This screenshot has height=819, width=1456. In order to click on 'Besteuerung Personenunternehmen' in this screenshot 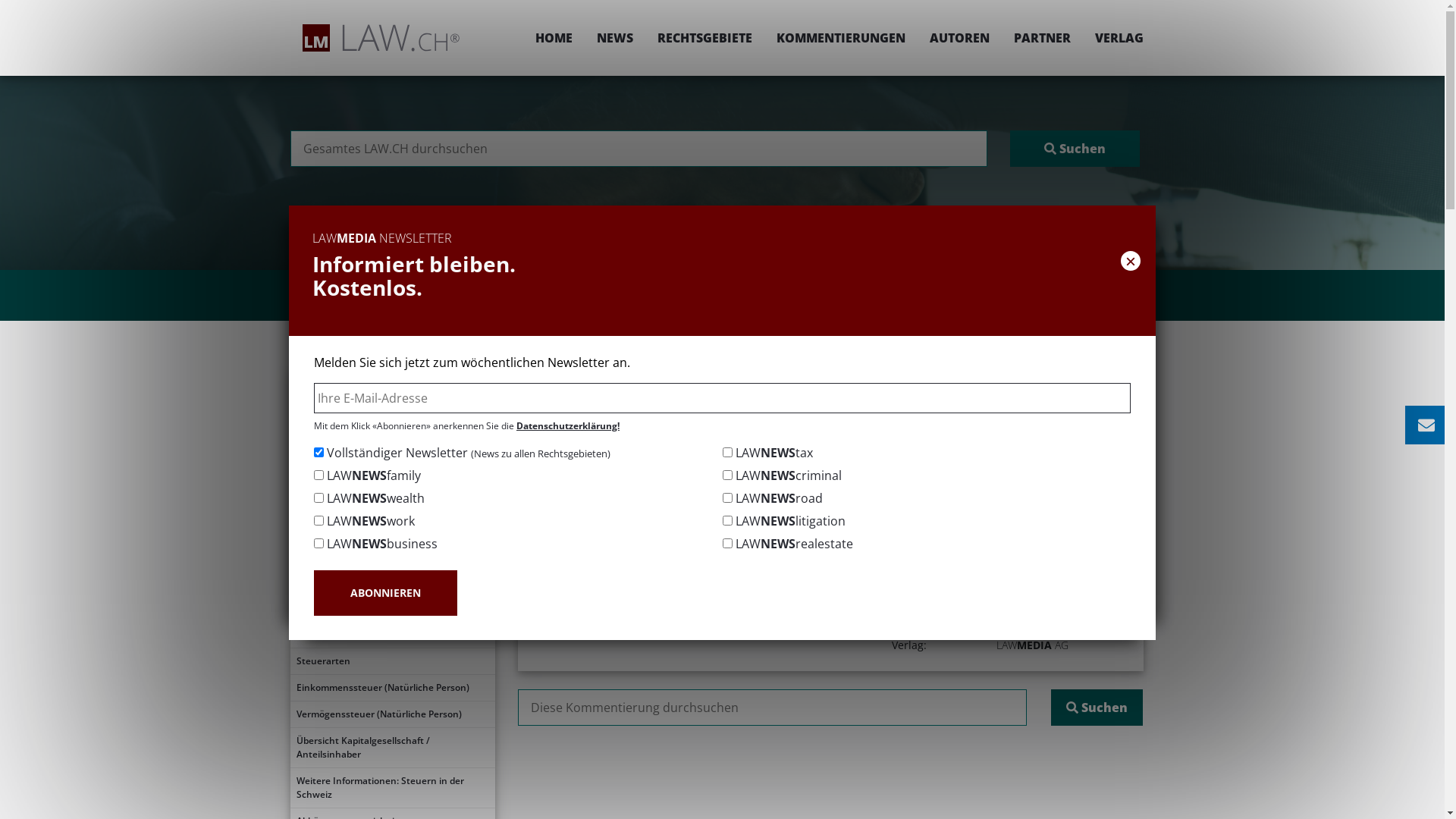, I will do `click(392, 635)`.